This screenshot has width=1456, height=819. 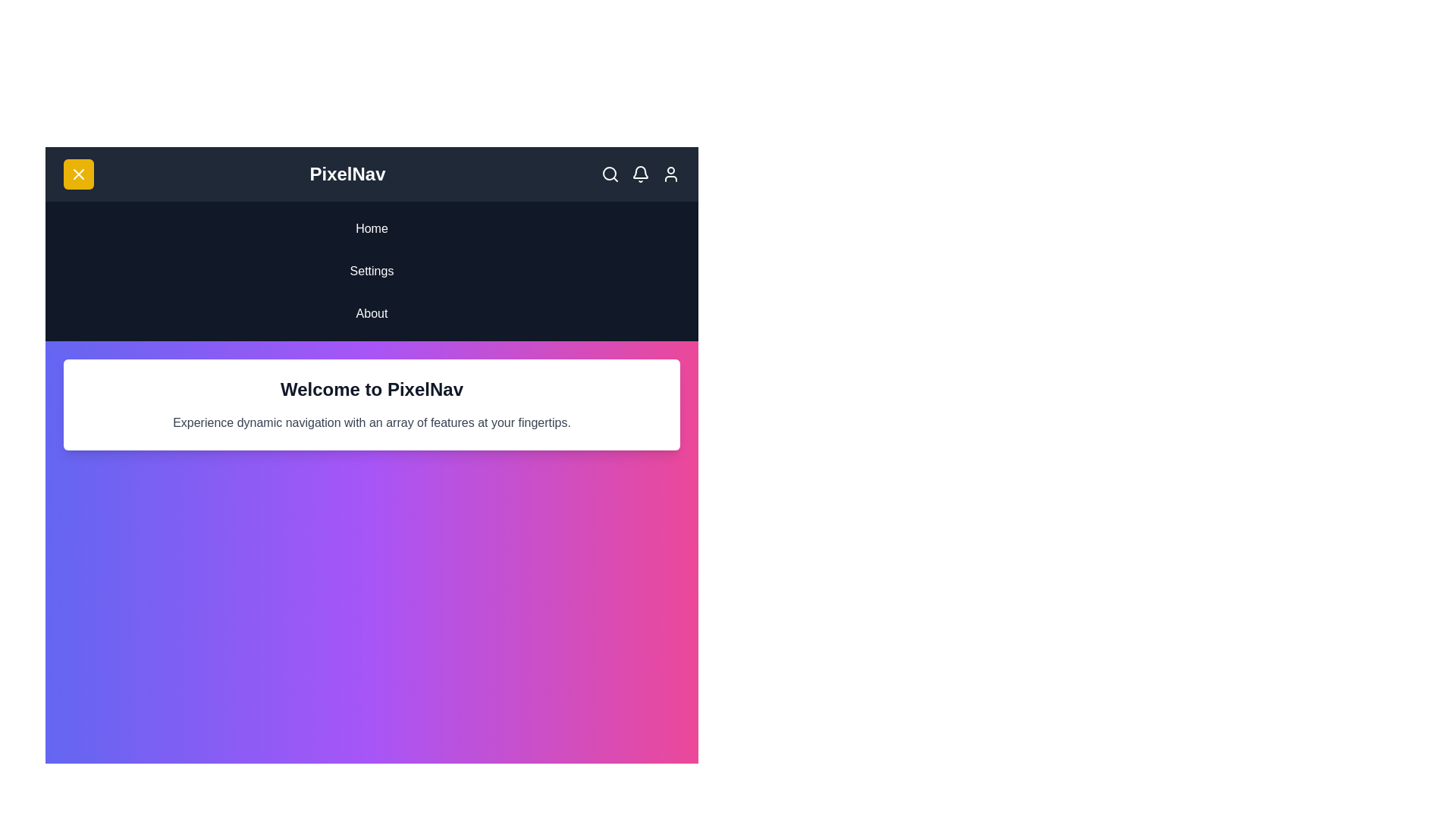 I want to click on the yellow button with the 'X' icon to toggle the visibility of the navigation menu, so click(x=78, y=174).